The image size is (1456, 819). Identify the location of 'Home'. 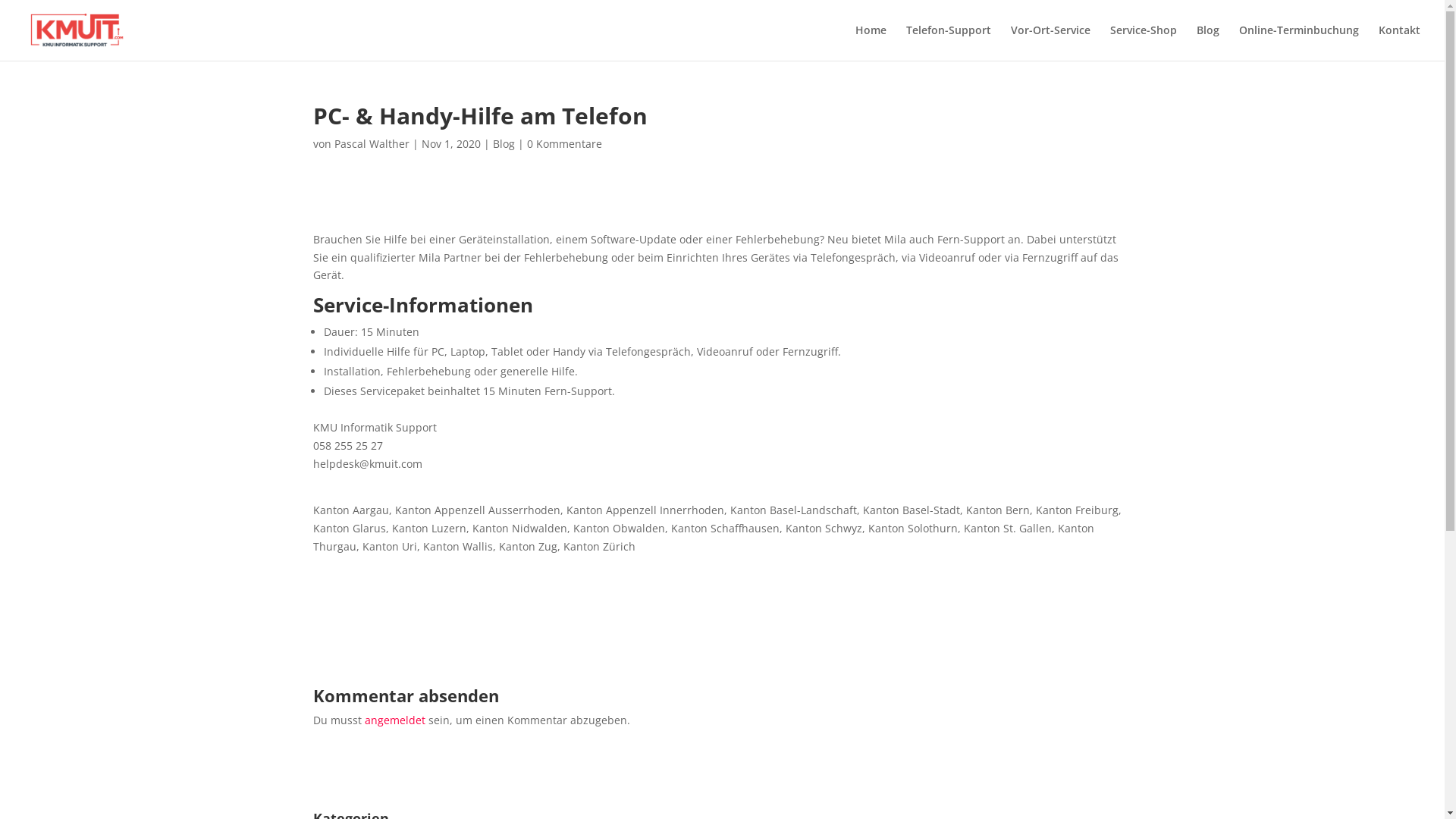
(871, 42).